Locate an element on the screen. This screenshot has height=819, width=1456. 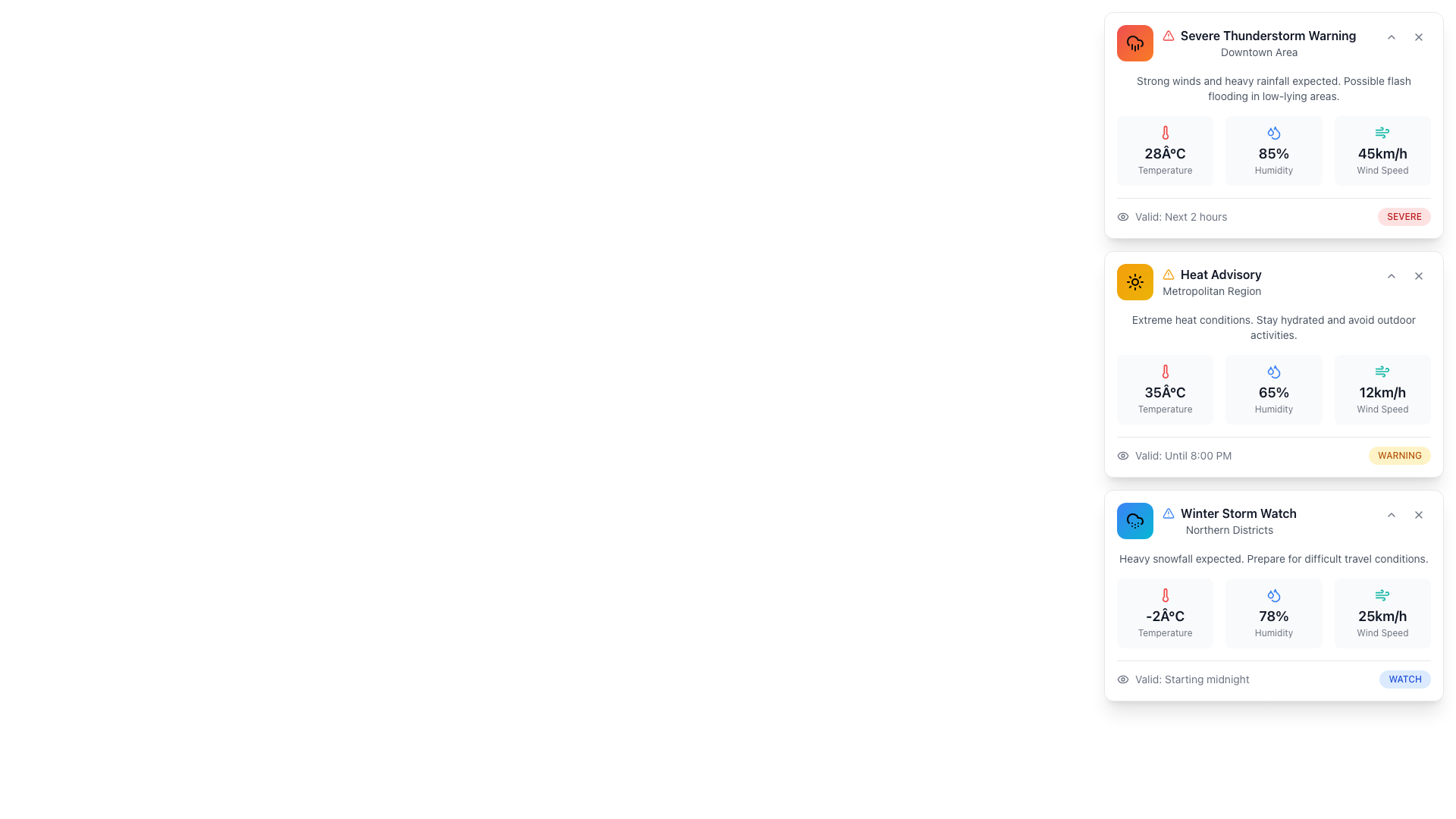
the decorative wind speed icon located in the 'Wind Speed' section of the 'Severe Thunderstorm Warning' card, which is positioned above the text '45km/h' is located at coordinates (1382, 131).